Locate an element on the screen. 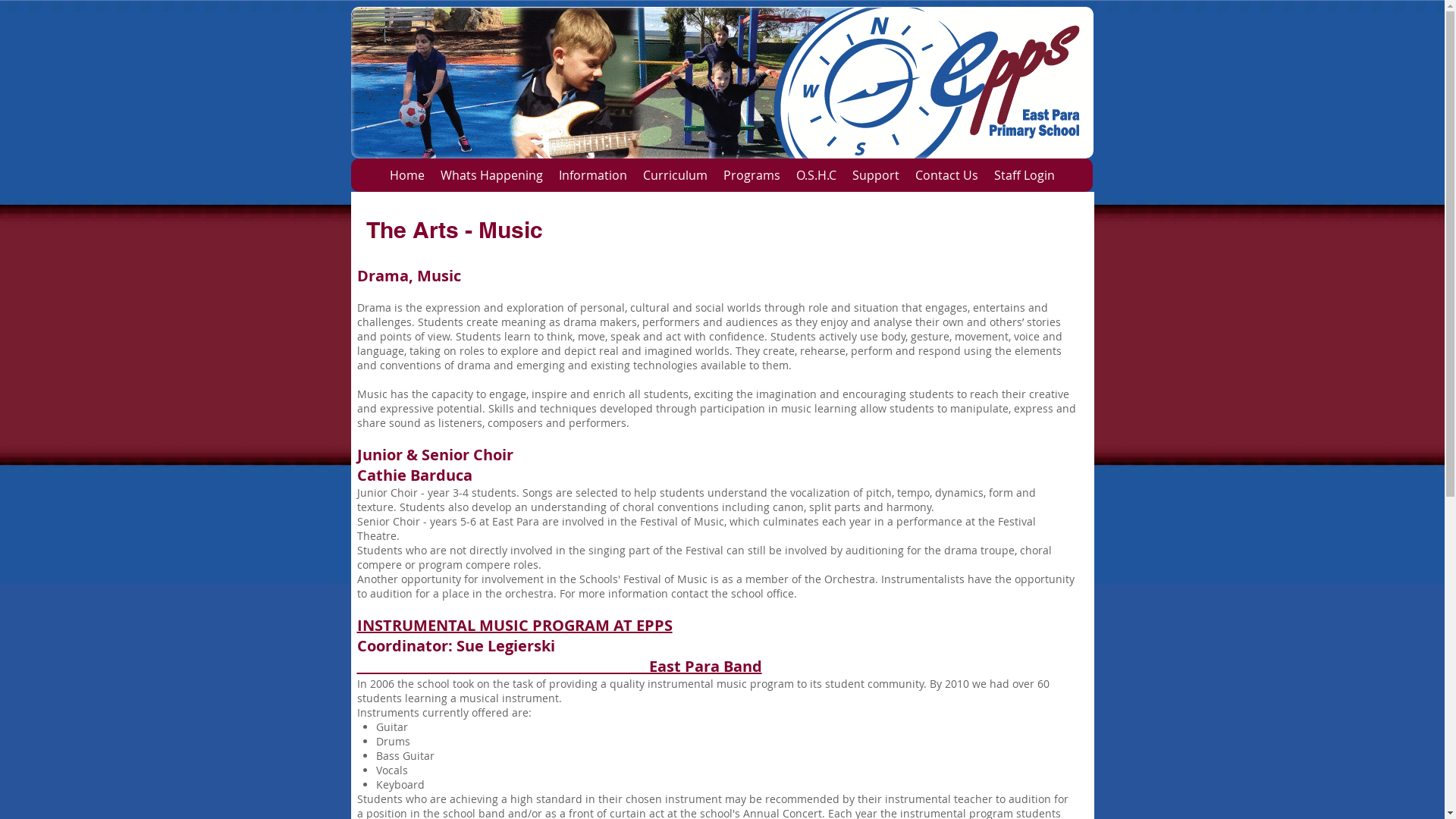 The width and height of the screenshot is (1456, 819). 'Home' is located at coordinates (406, 174).